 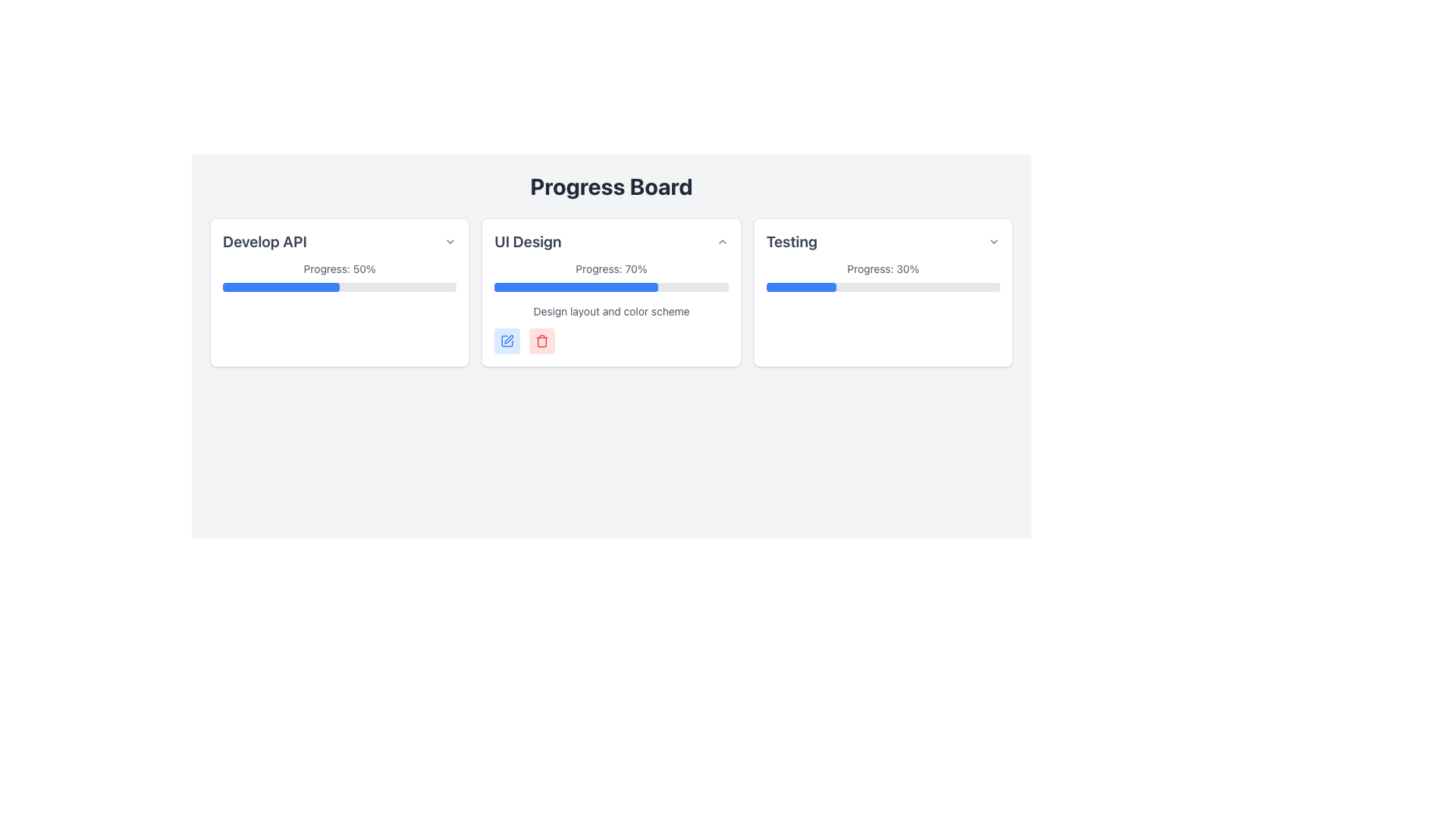 What do you see at coordinates (611, 268) in the screenshot?
I see `the text label that shows 70% completion for the 'UI Design' item to potentially see additional details or tooltips` at bounding box center [611, 268].